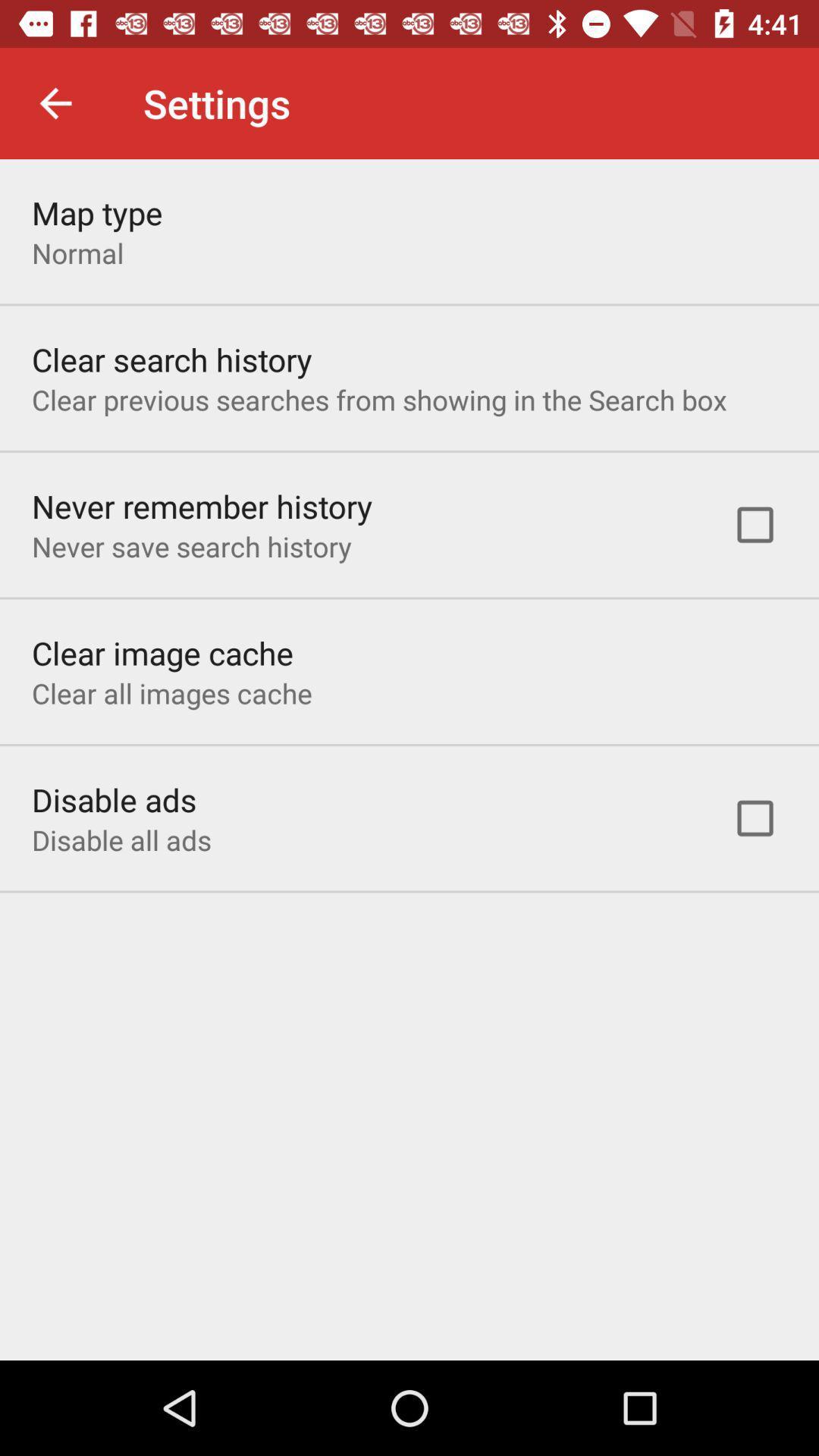 The height and width of the screenshot is (1456, 819). What do you see at coordinates (190, 546) in the screenshot?
I see `never save search icon` at bounding box center [190, 546].